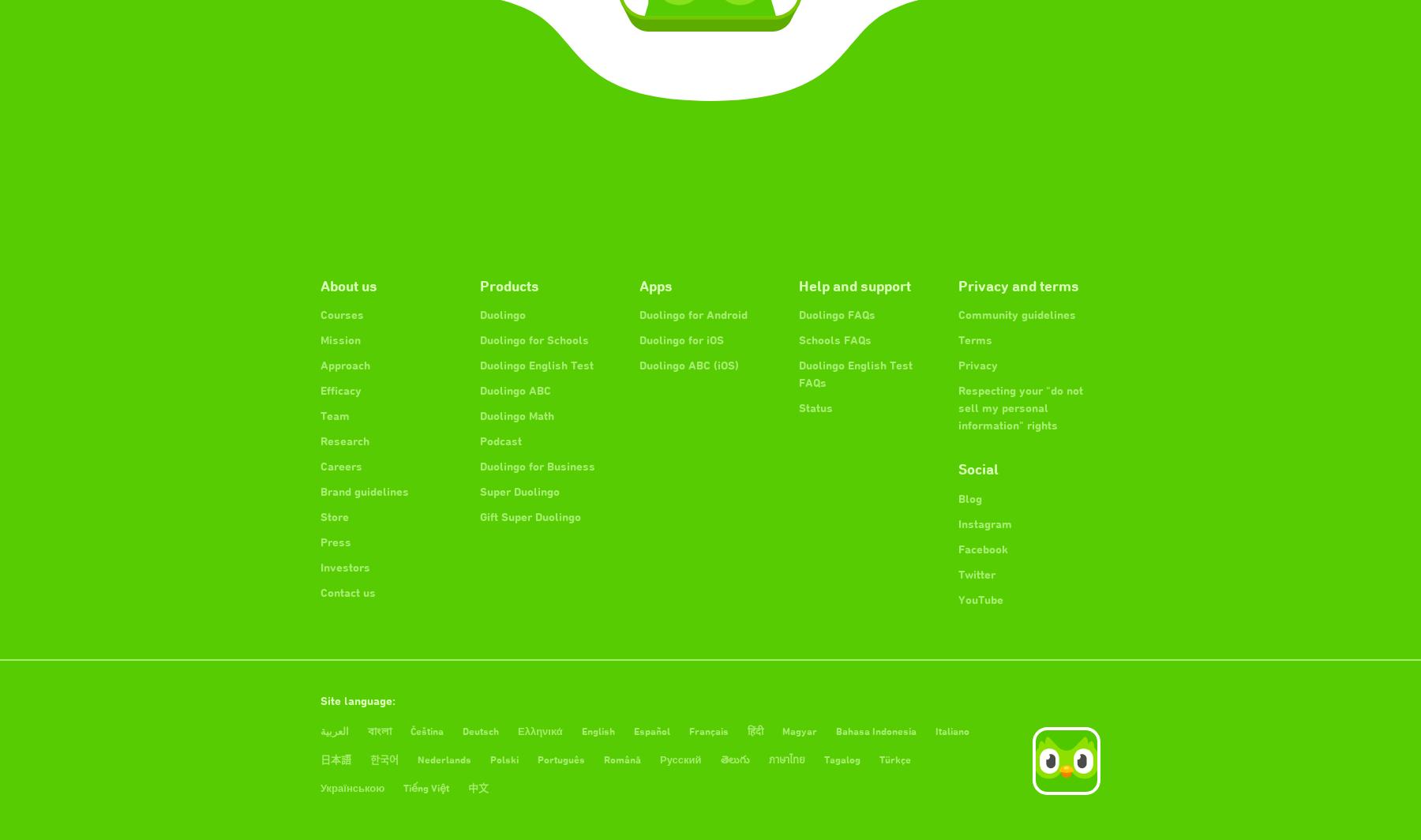 The height and width of the screenshot is (840, 1421). I want to click on 'Français', so click(707, 731).